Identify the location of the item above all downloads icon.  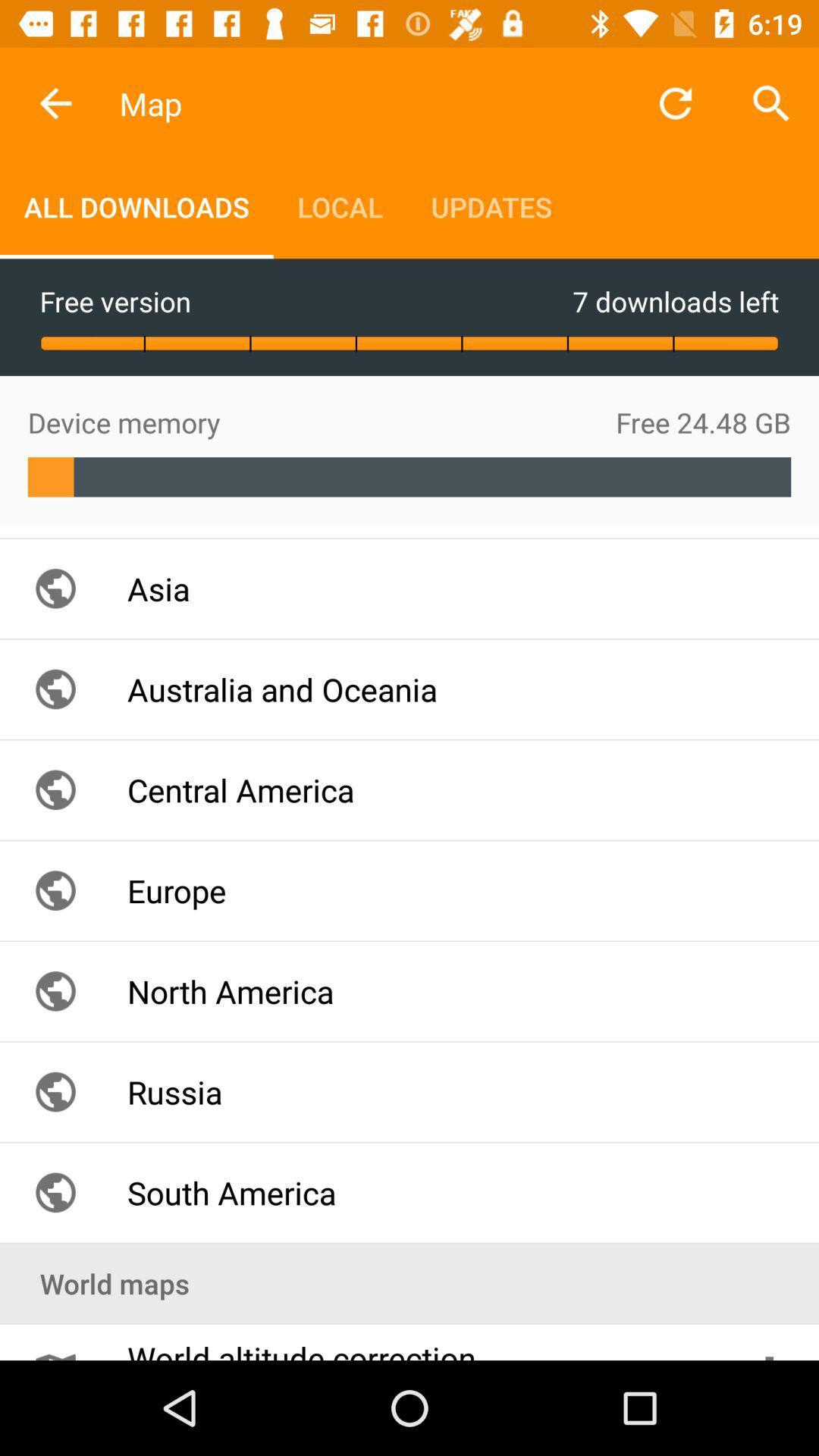
(55, 102).